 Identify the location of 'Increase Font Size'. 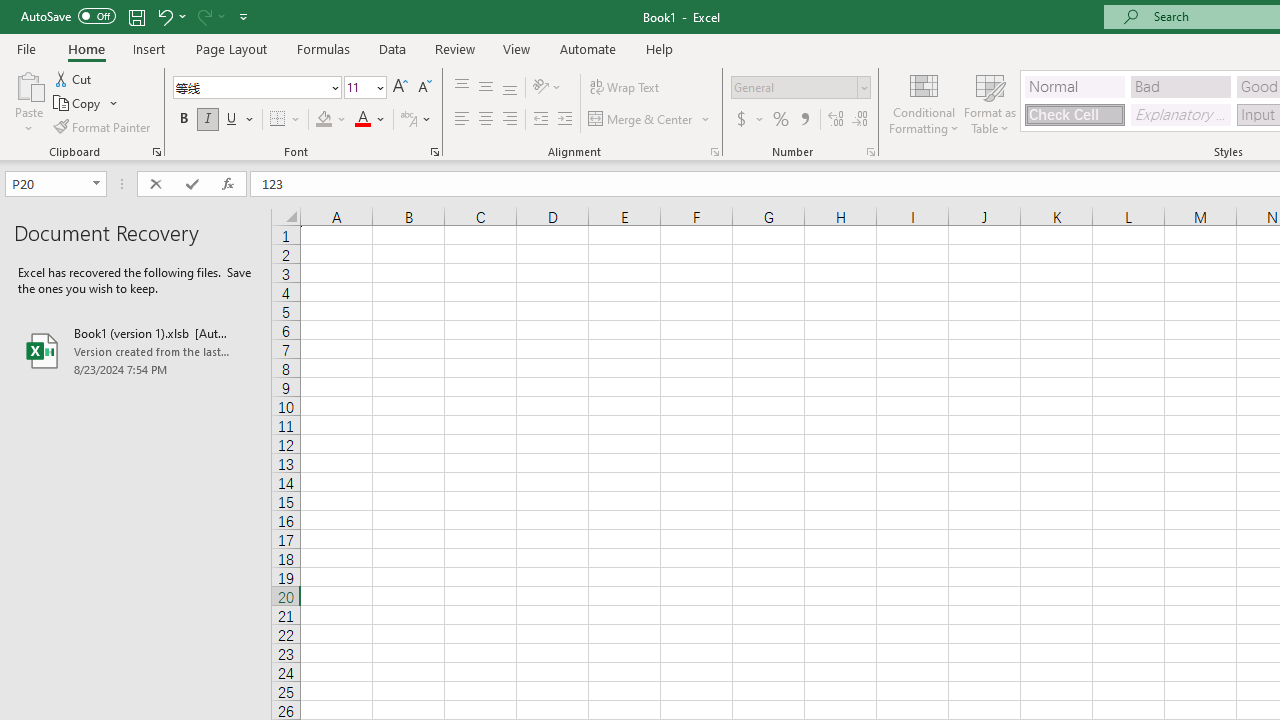
(400, 86).